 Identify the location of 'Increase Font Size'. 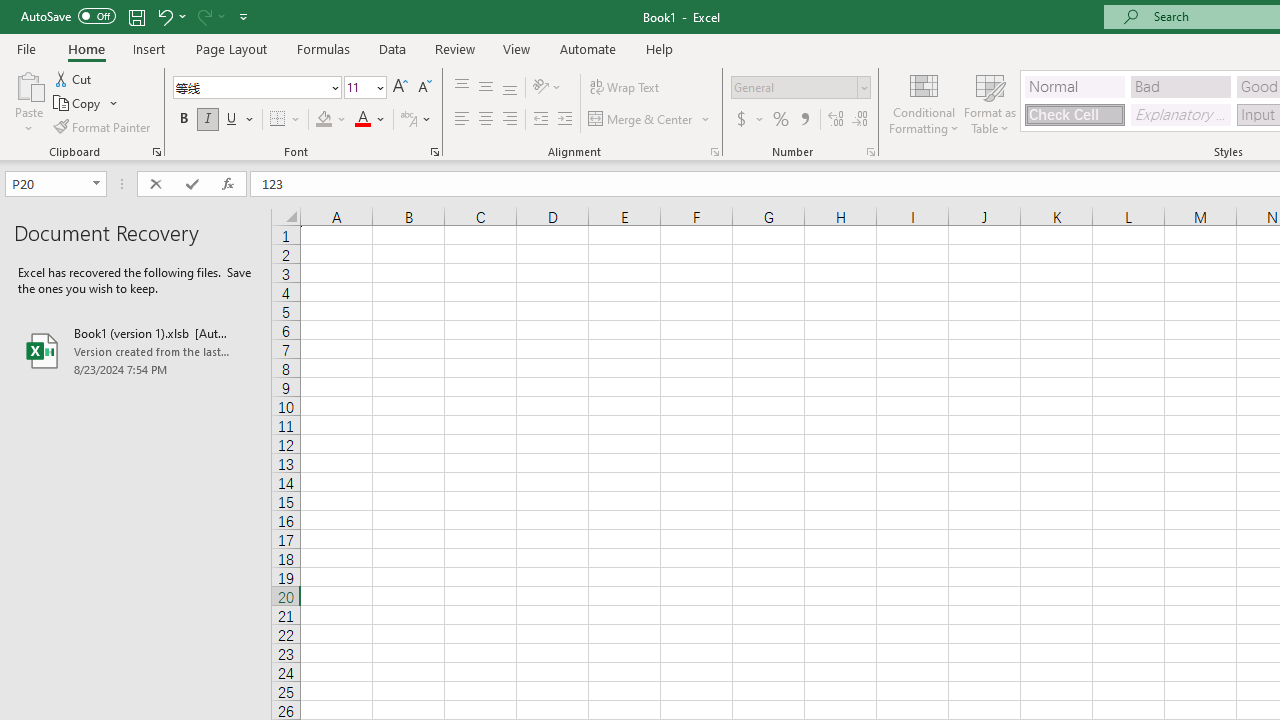
(400, 86).